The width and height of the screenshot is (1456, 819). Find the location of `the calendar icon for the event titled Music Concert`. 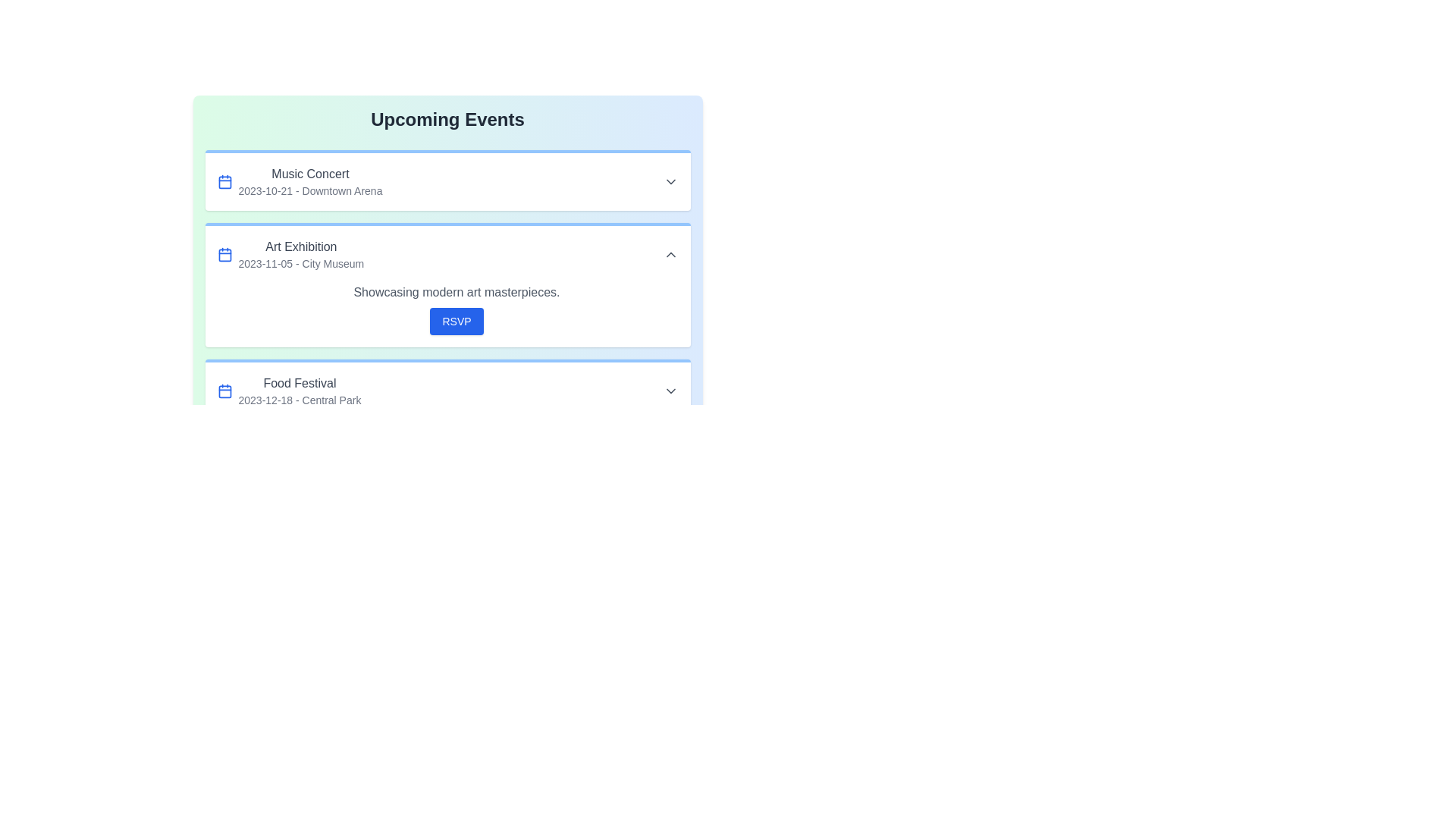

the calendar icon for the event titled Music Concert is located at coordinates (224, 180).